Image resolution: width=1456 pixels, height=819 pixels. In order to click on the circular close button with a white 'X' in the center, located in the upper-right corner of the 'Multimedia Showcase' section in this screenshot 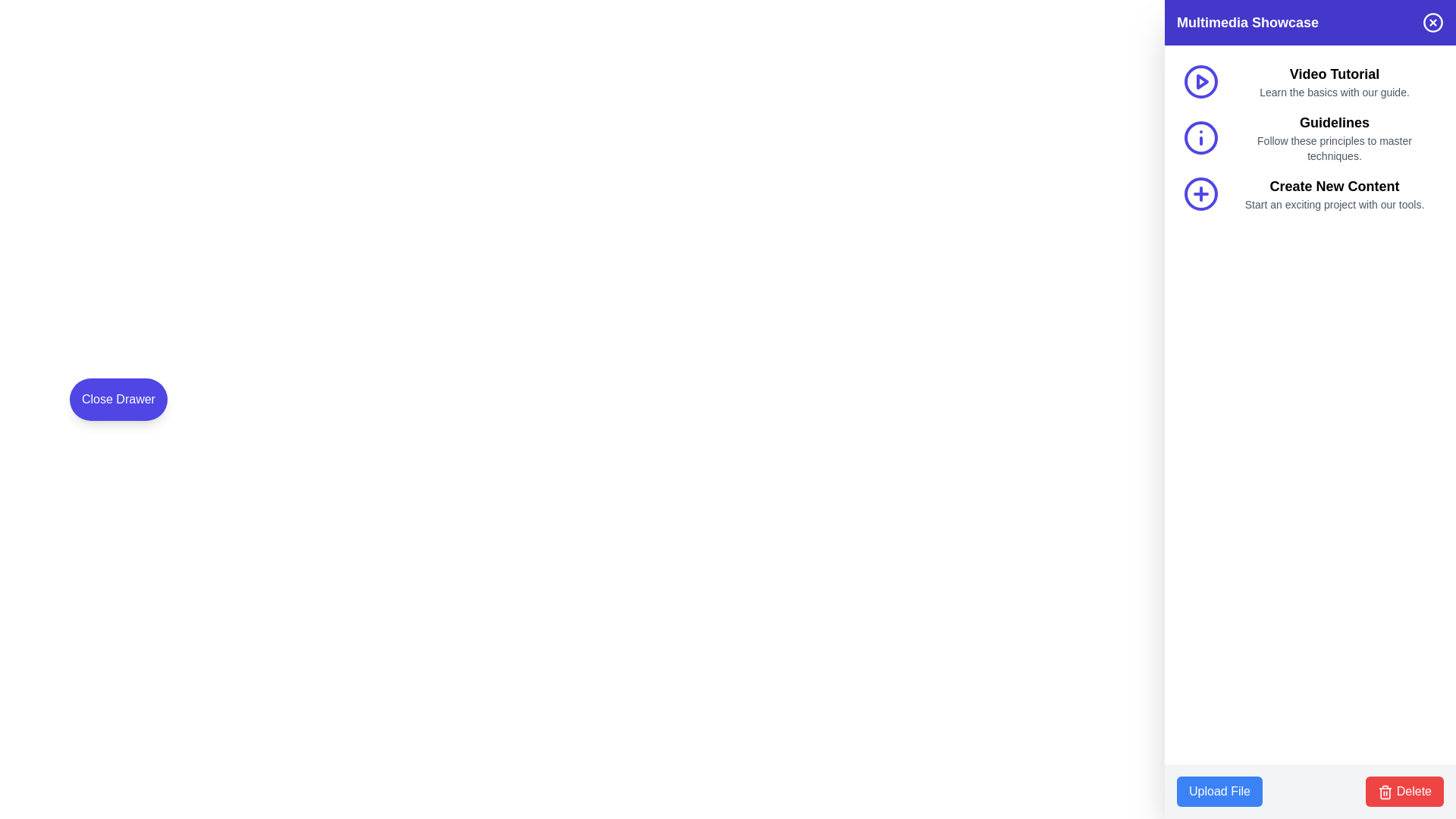, I will do `click(1432, 23)`.